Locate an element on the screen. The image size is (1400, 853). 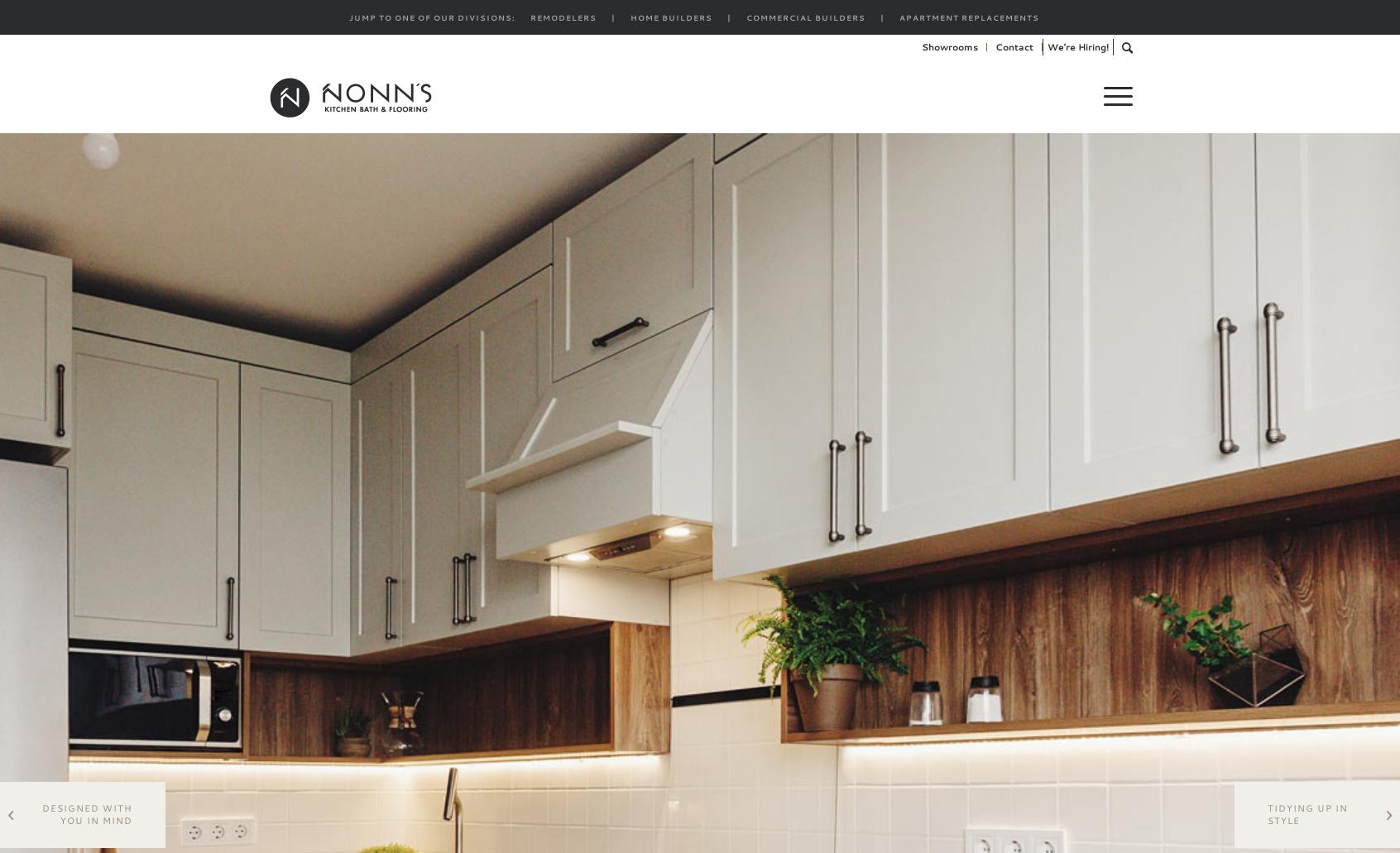
'Commercial Builders' is located at coordinates (805, 17).